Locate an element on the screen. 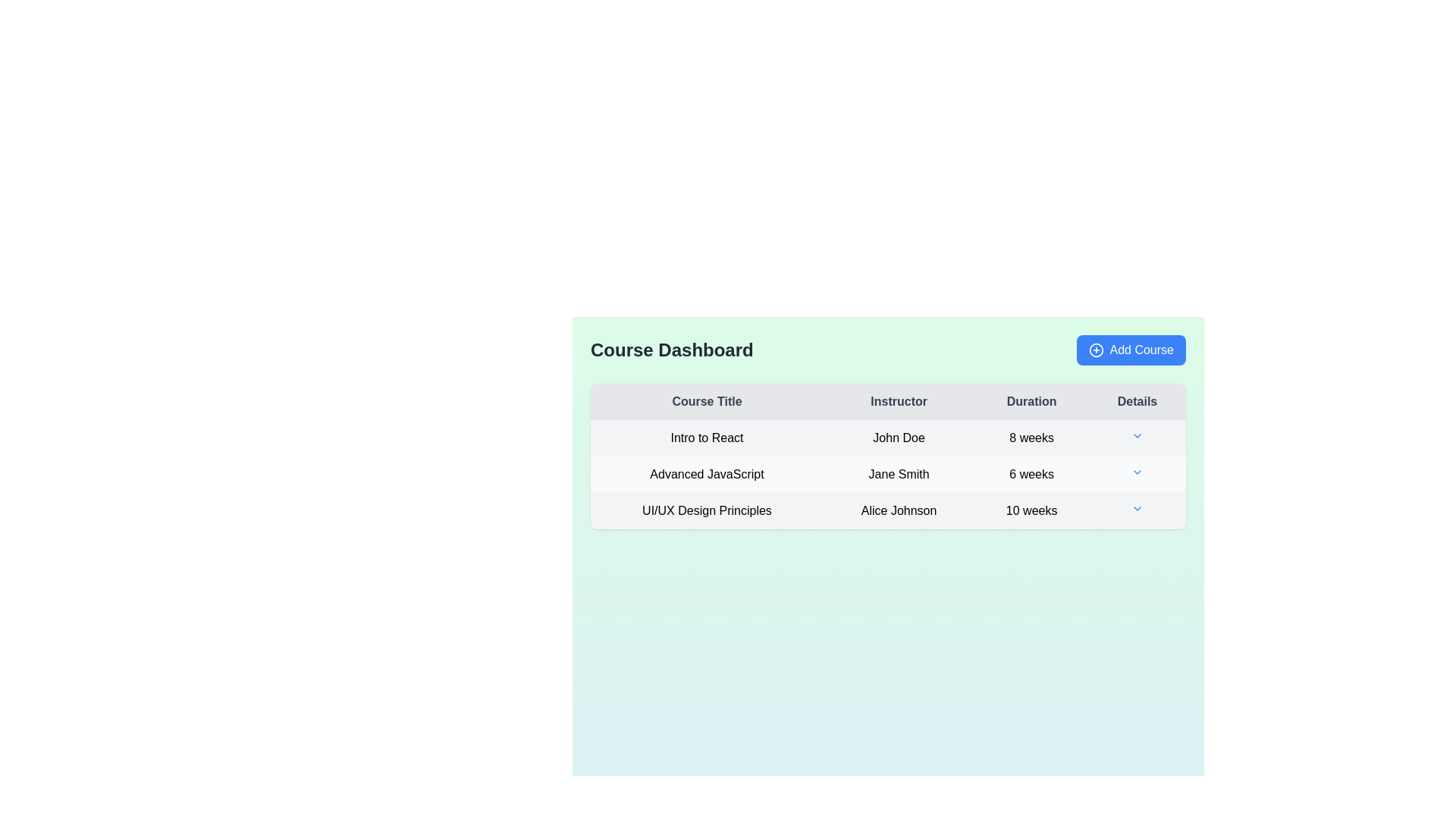 Image resolution: width=1456 pixels, height=819 pixels. the text label that serves as the title of a course located in the first row of the table under the 'Course Title' column, before the instructor name 'John Doe' and the duration '8 weeks' is located at coordinates (706, 438).